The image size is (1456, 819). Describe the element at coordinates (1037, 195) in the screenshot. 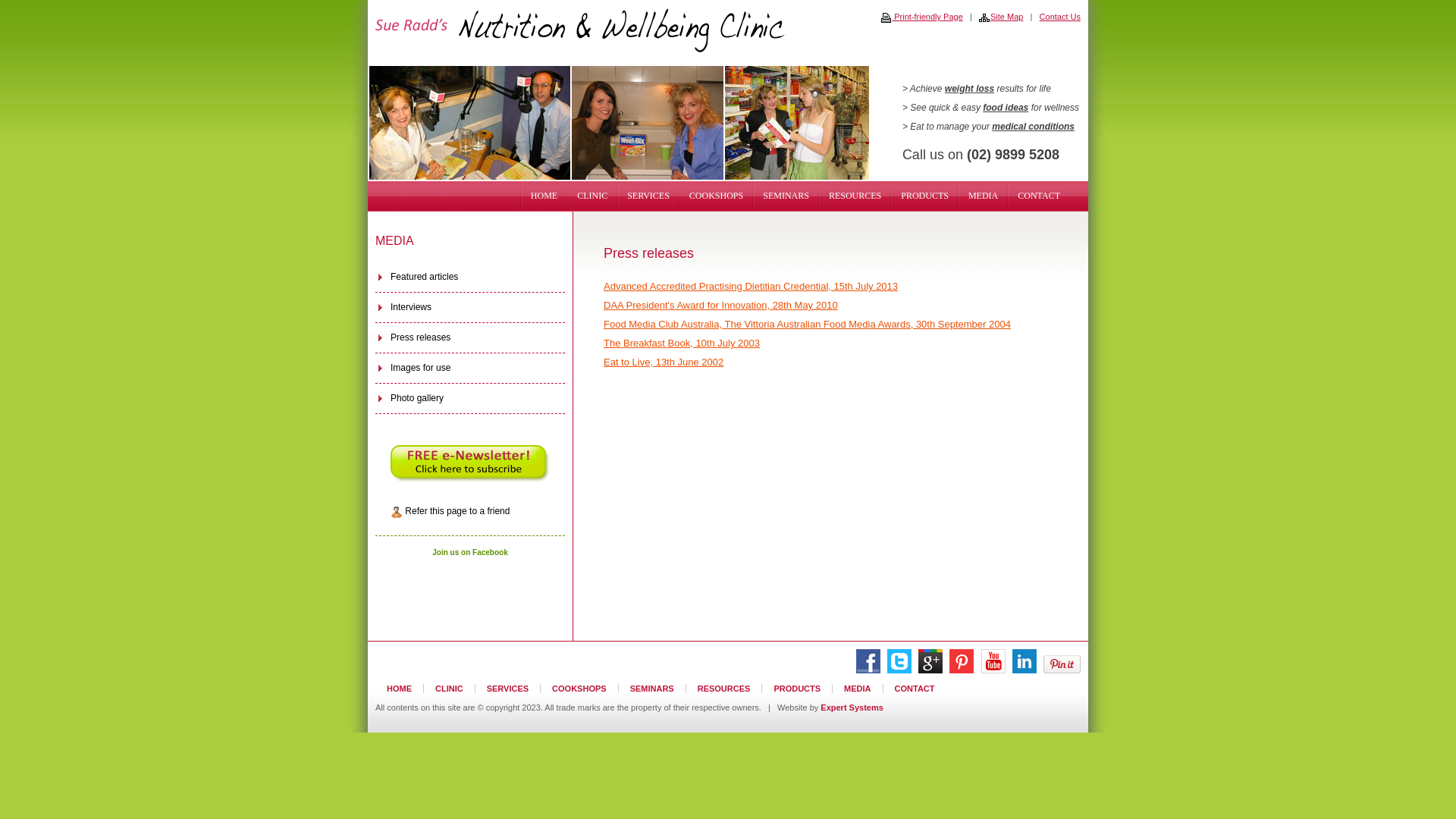

I see `'CONTACT'` at that location.